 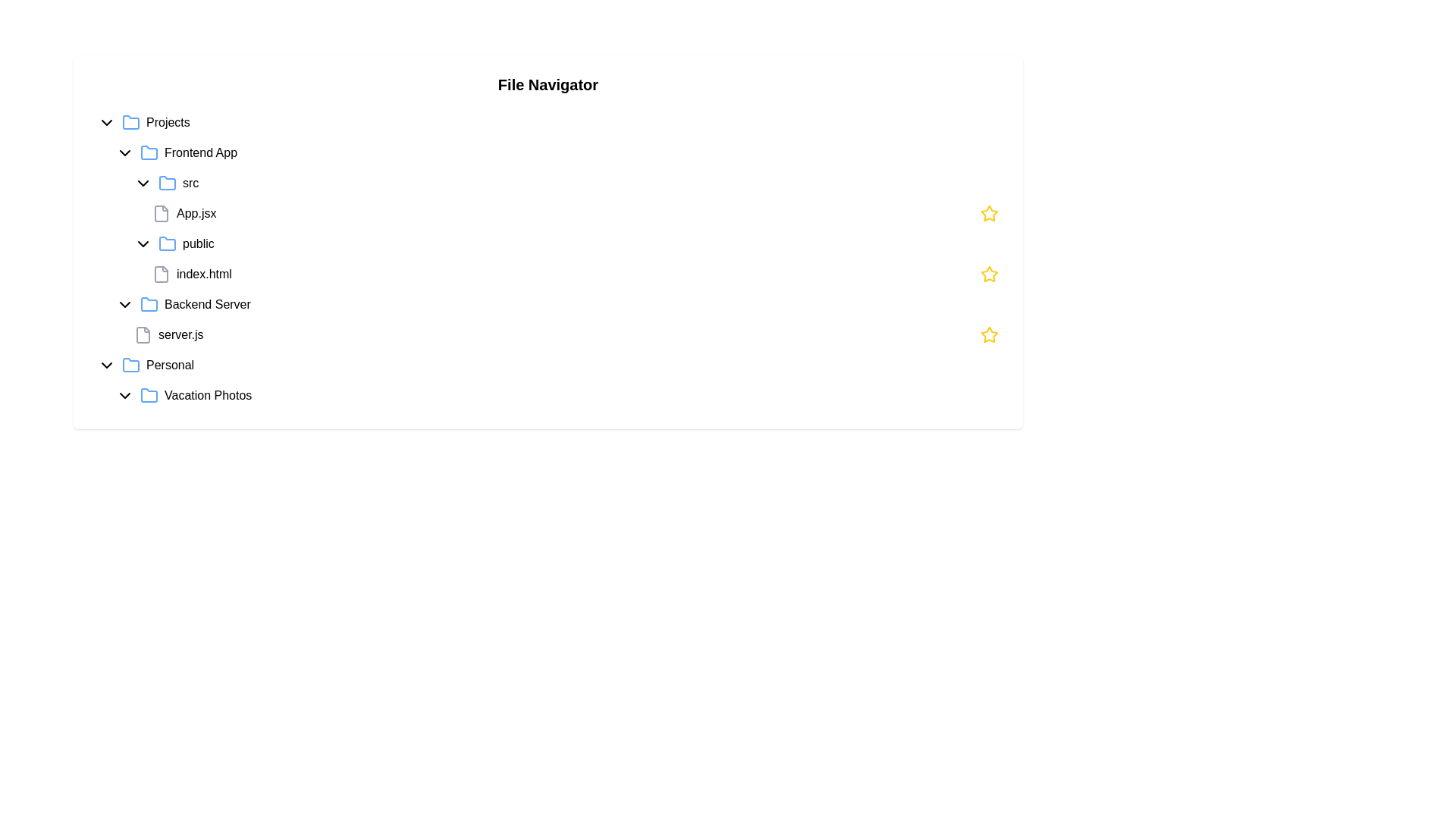 I want to click on the 'Personal' folder text label in the file navigation interface, so click(x=170, y=366).